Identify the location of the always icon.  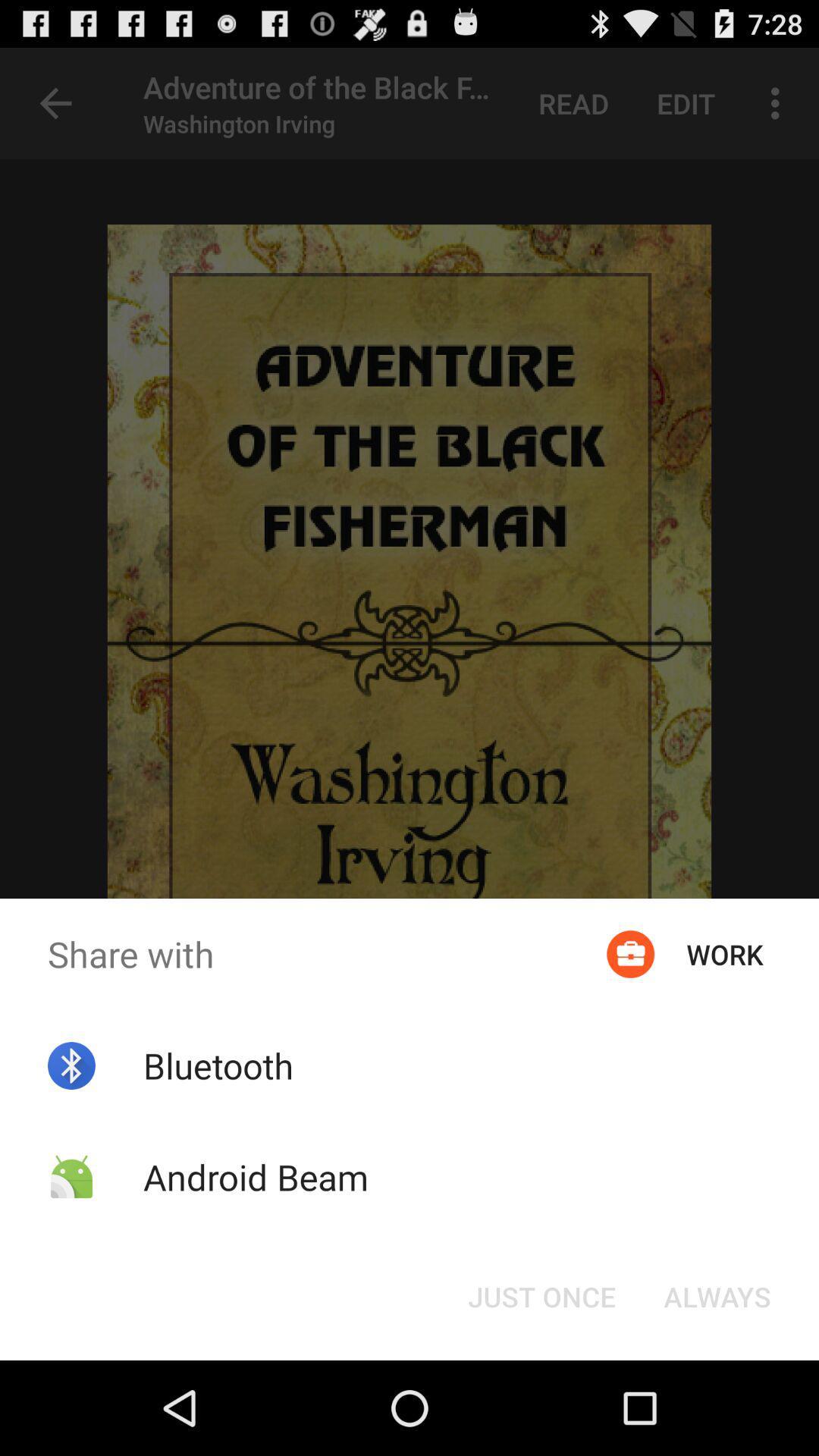
(717, 1295).